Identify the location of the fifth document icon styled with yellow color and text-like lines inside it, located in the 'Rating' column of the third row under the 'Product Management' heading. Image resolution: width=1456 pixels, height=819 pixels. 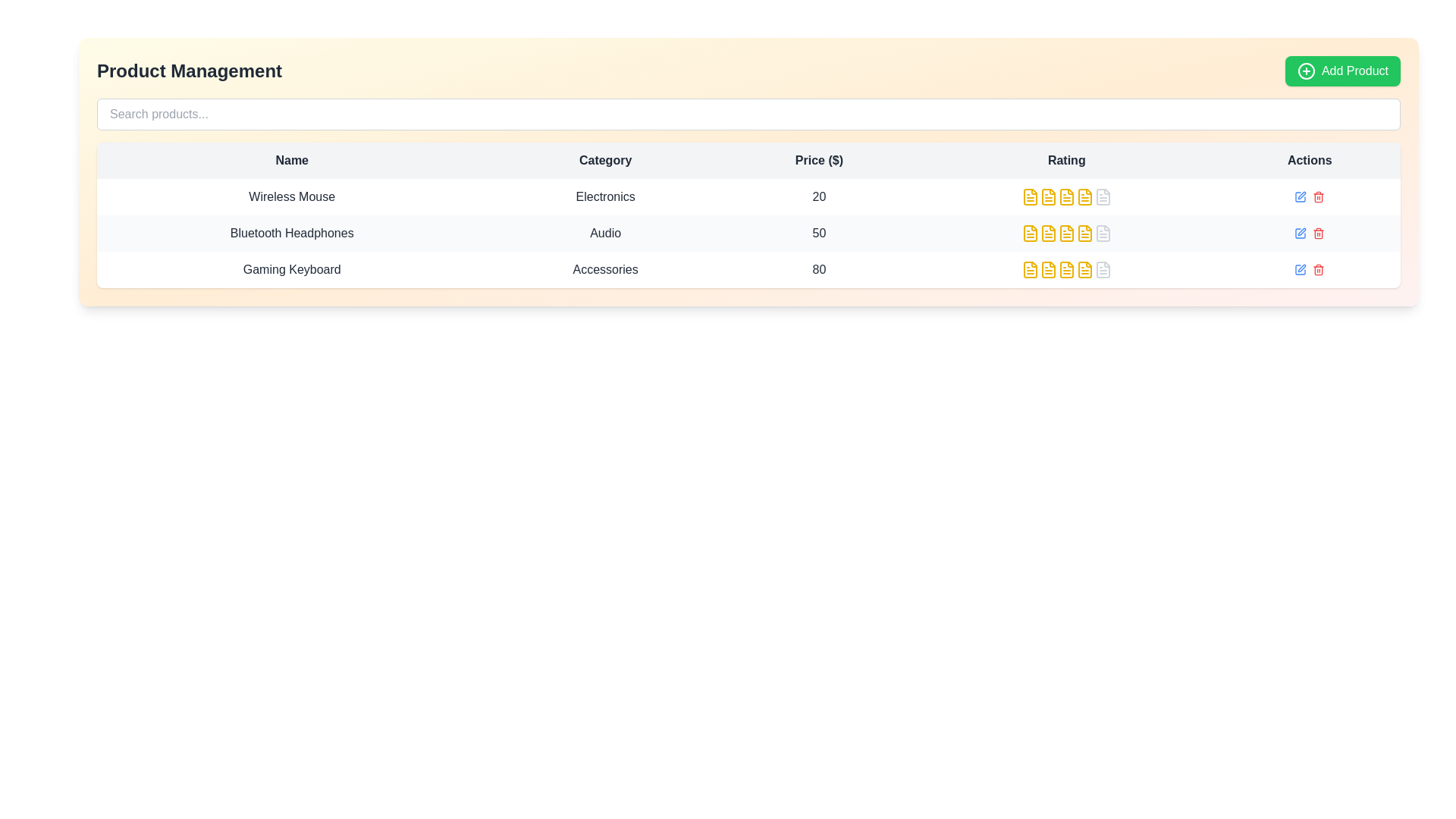
(1084, 268).